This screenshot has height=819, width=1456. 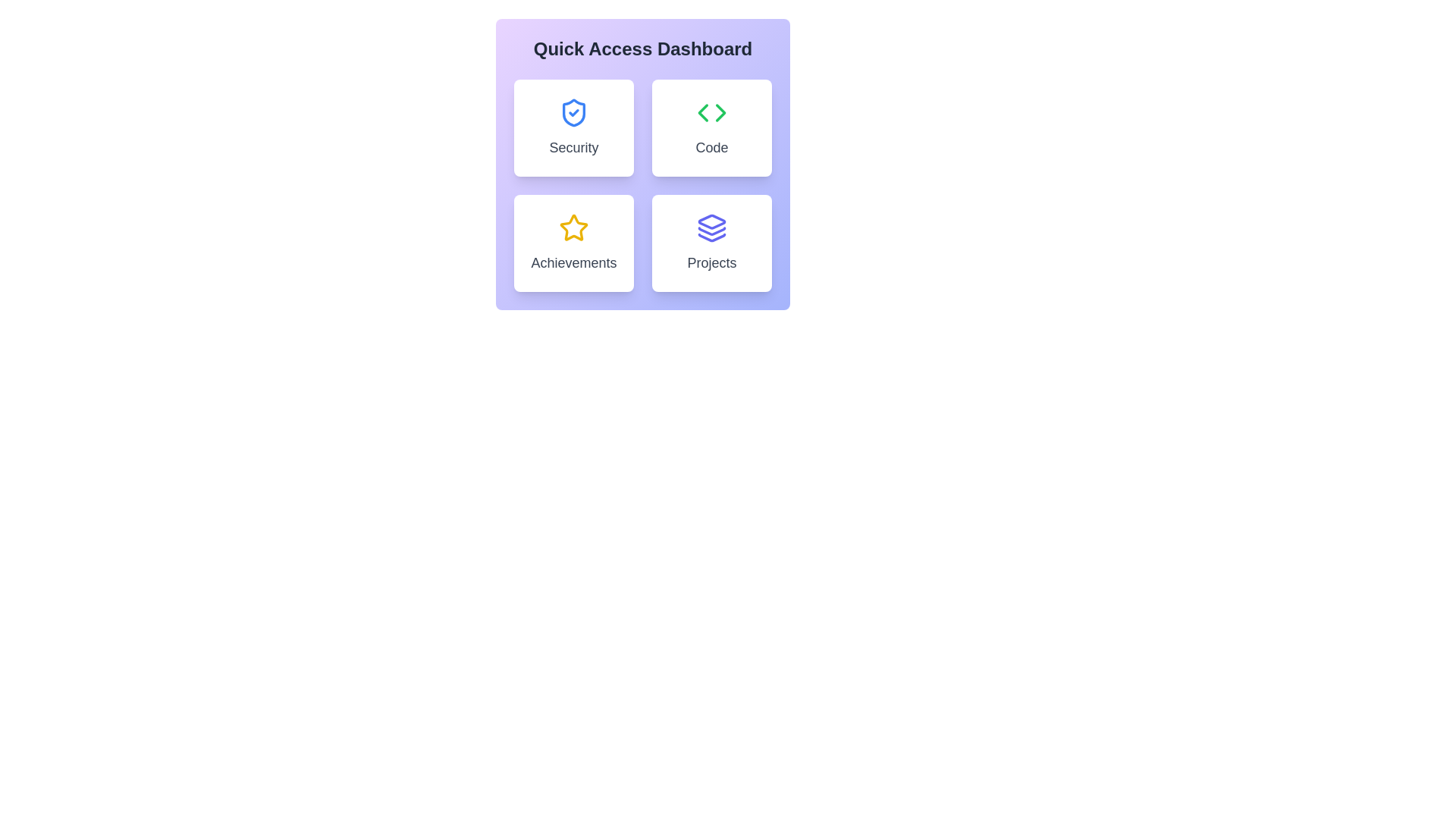 What do you see at coordinates (573, 112) in the screenshot?
I see `the security icon, a shield with a checkmark, located in the upper-left card of the Quick Access Dashboard` at bounding box center [573, 112].